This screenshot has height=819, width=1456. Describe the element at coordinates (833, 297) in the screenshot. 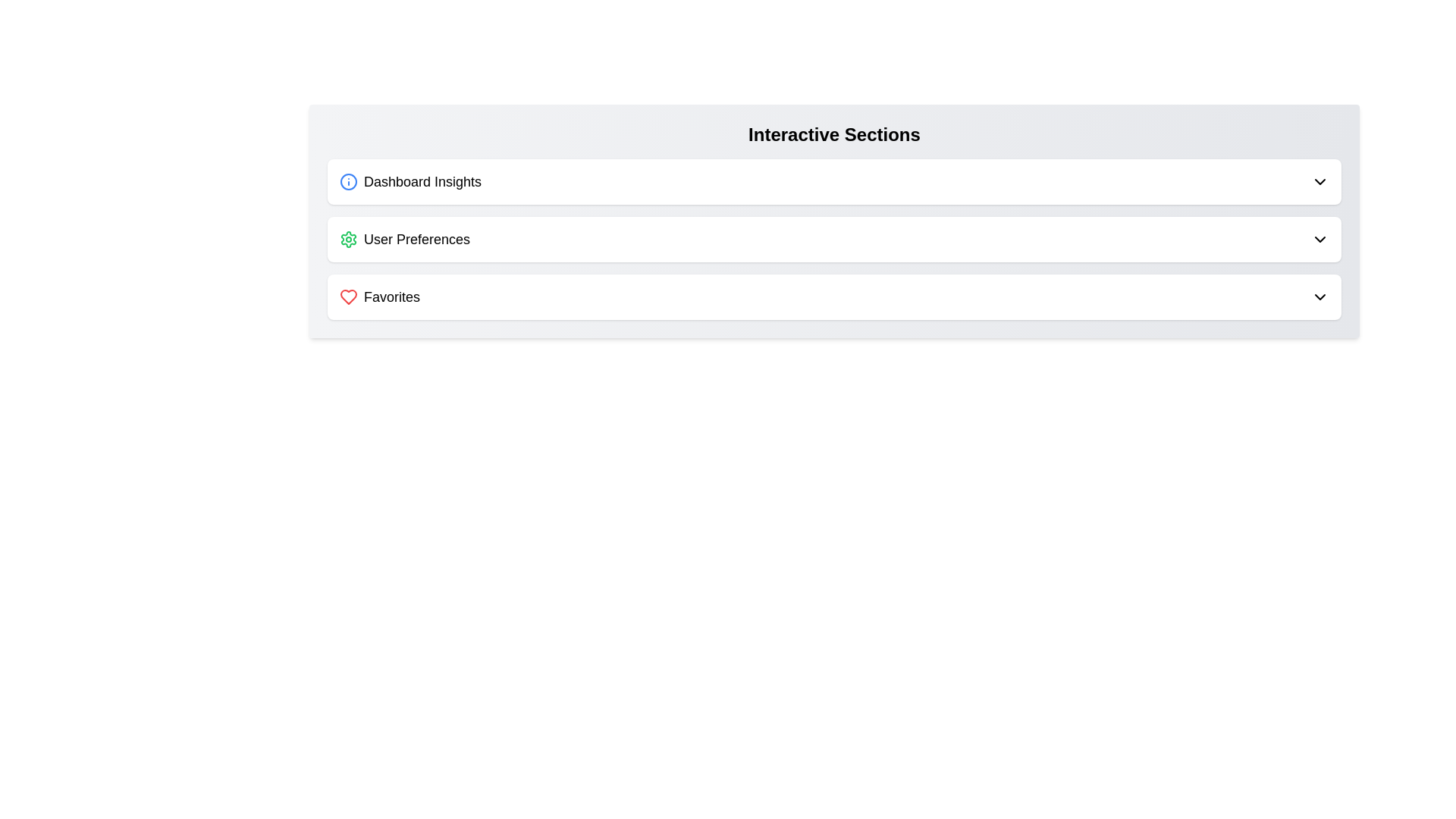

I see `the 'Favorites' collapsible section header, which features a red heart icon and a downward-pointing chevron` at that location.